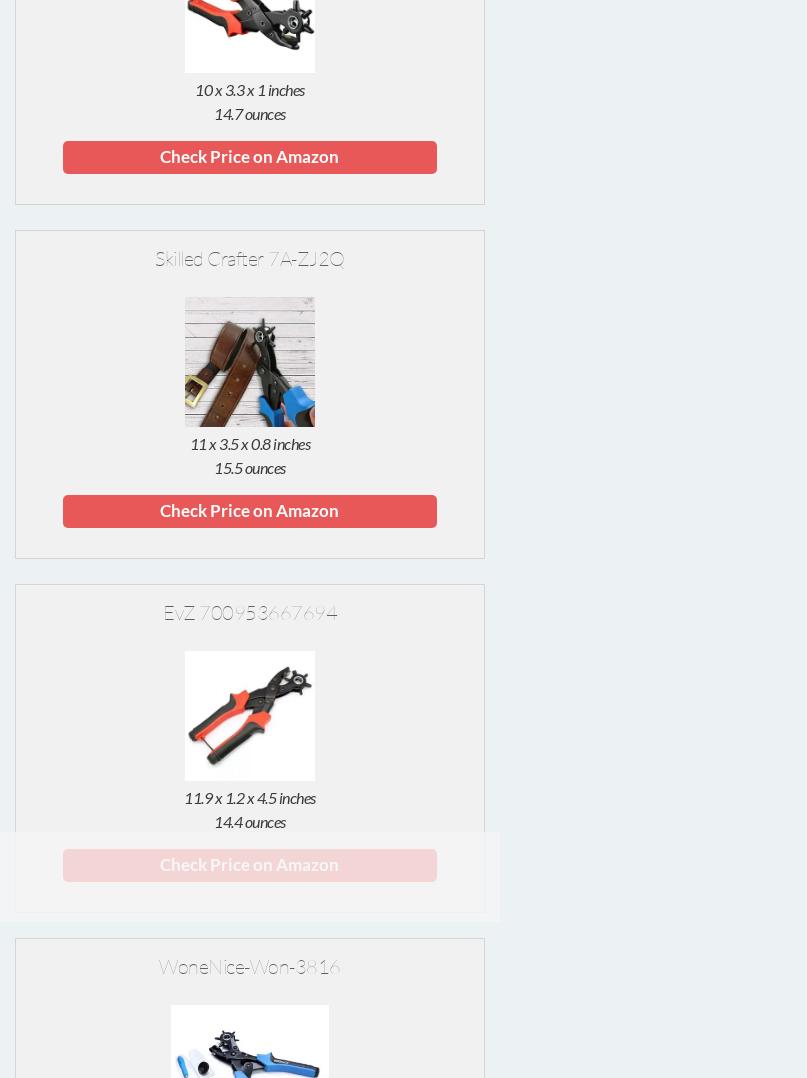 The image size is (807, 1078). Describe the element at coordinates (248, 466) in the screenshot. I see `'15.5 ounces'` at that location.